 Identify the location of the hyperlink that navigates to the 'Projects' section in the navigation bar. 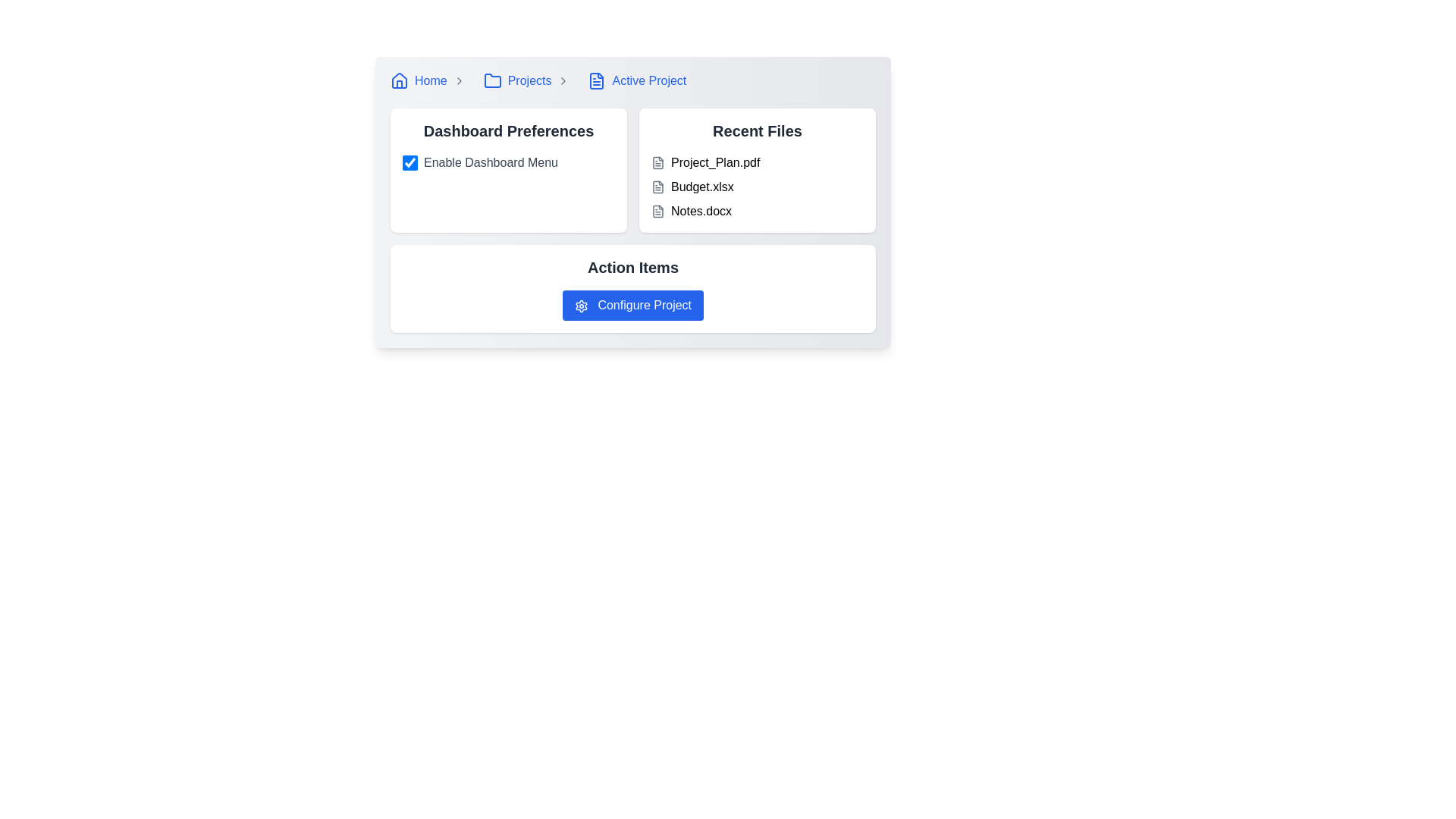
(517, 81).